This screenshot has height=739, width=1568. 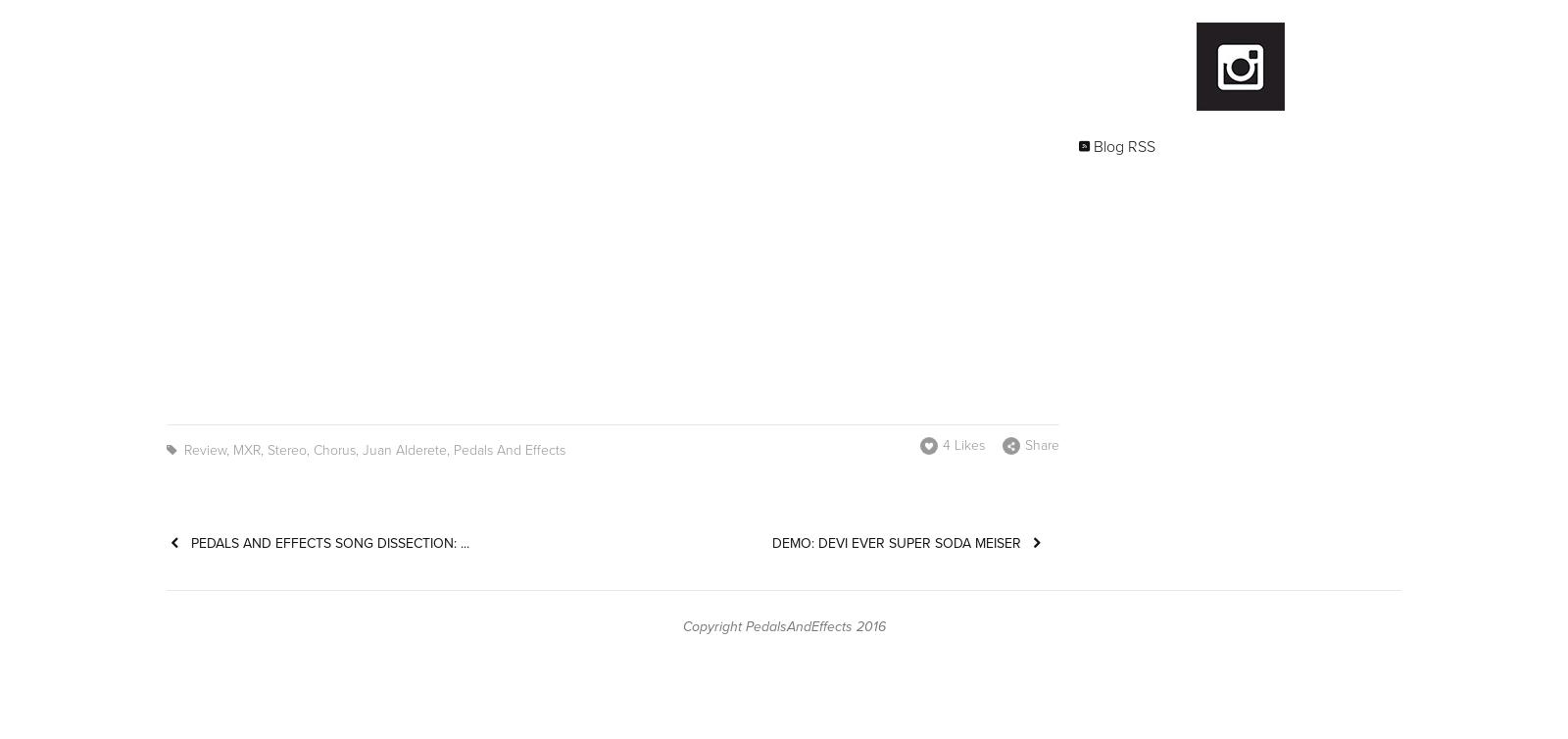 I want to click on 'Chorus', so click(x=334, y=450).